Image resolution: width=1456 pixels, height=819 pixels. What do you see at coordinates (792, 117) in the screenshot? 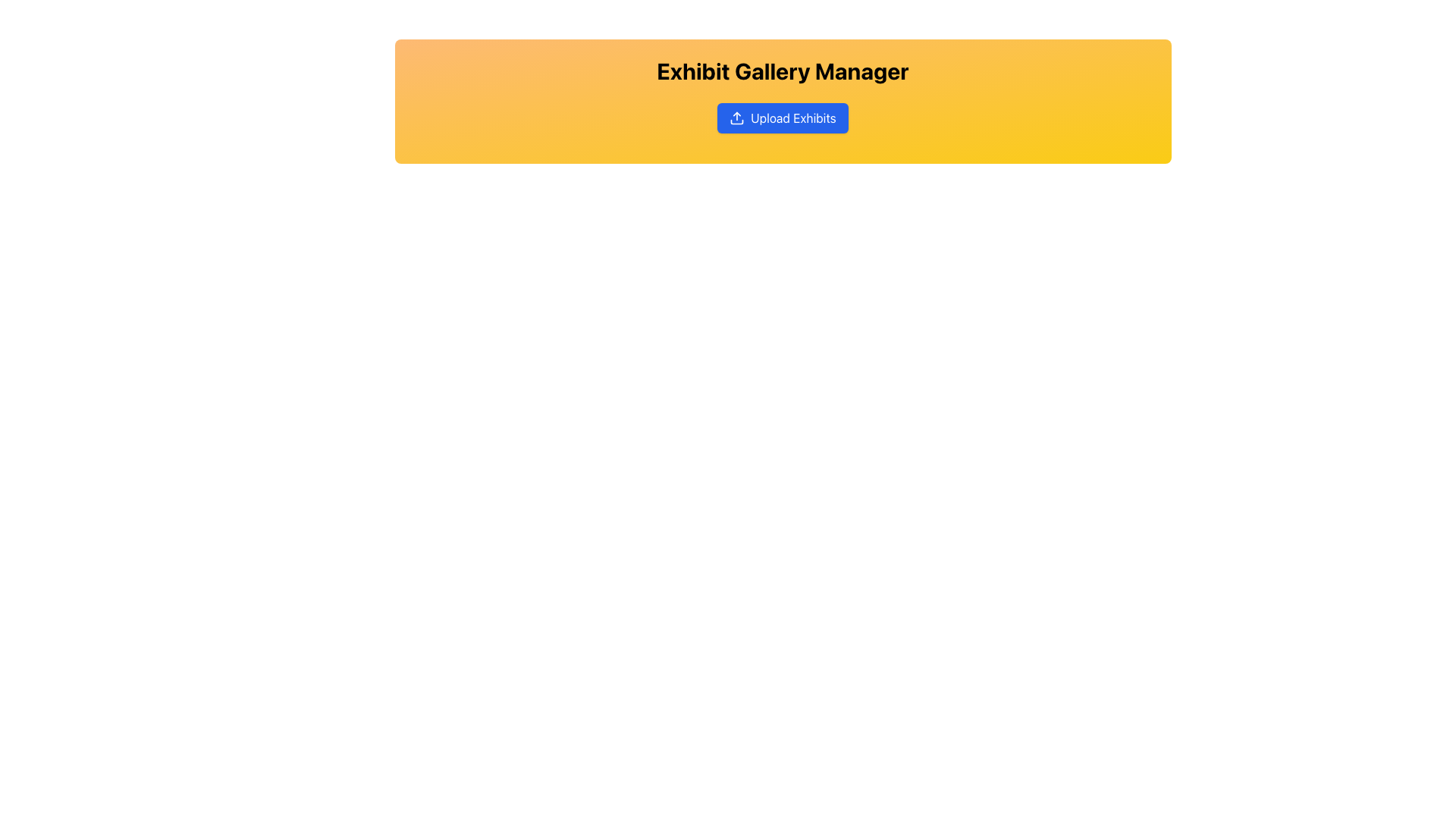
I see `the 'Upload Exhibits' text element within the blue button` at bounding box center [792, 117].